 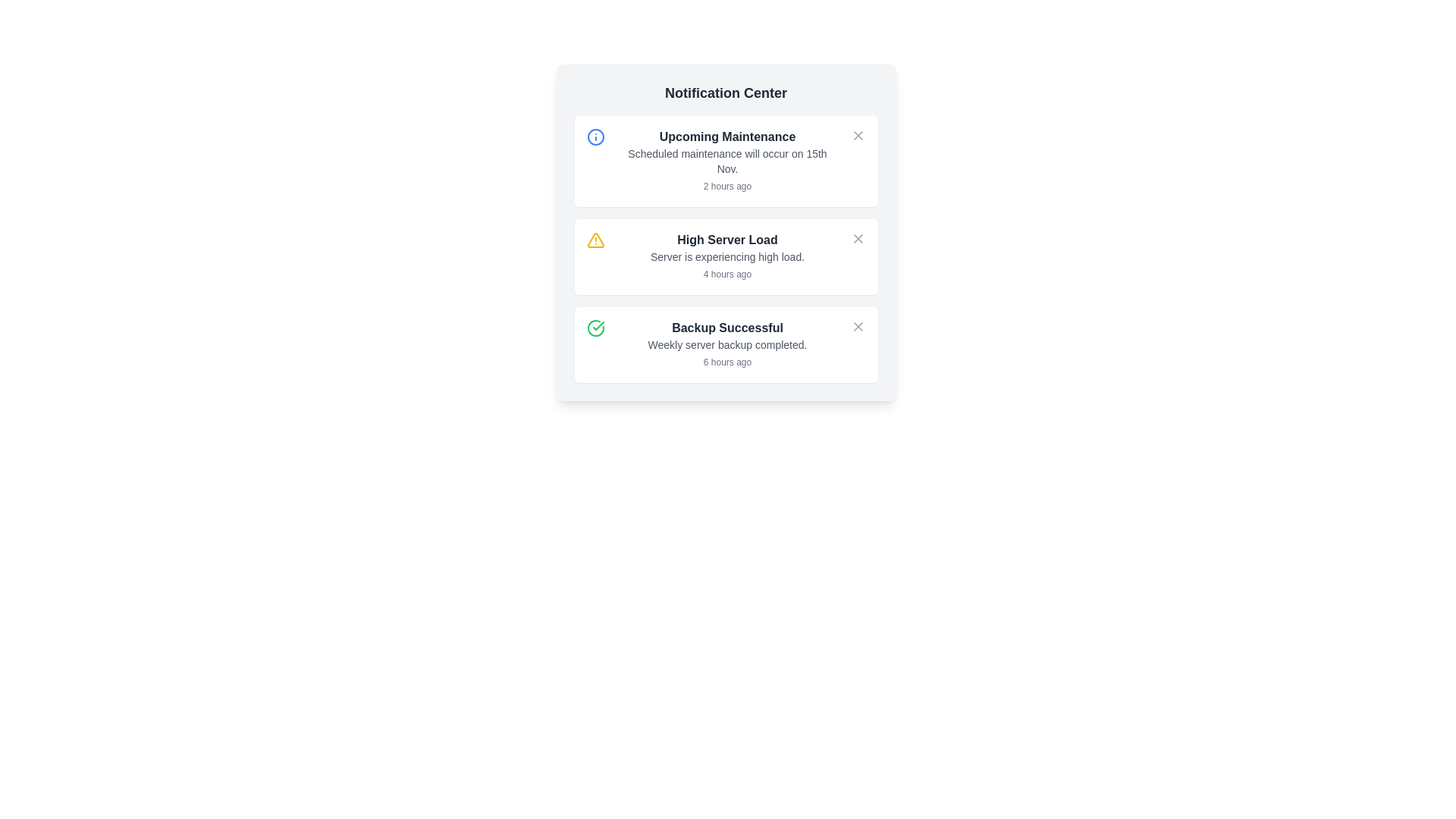 What do you see at coordinates (725, 161) in the screenshot?
I see `assistive technology` at bounding box center [725, 161].